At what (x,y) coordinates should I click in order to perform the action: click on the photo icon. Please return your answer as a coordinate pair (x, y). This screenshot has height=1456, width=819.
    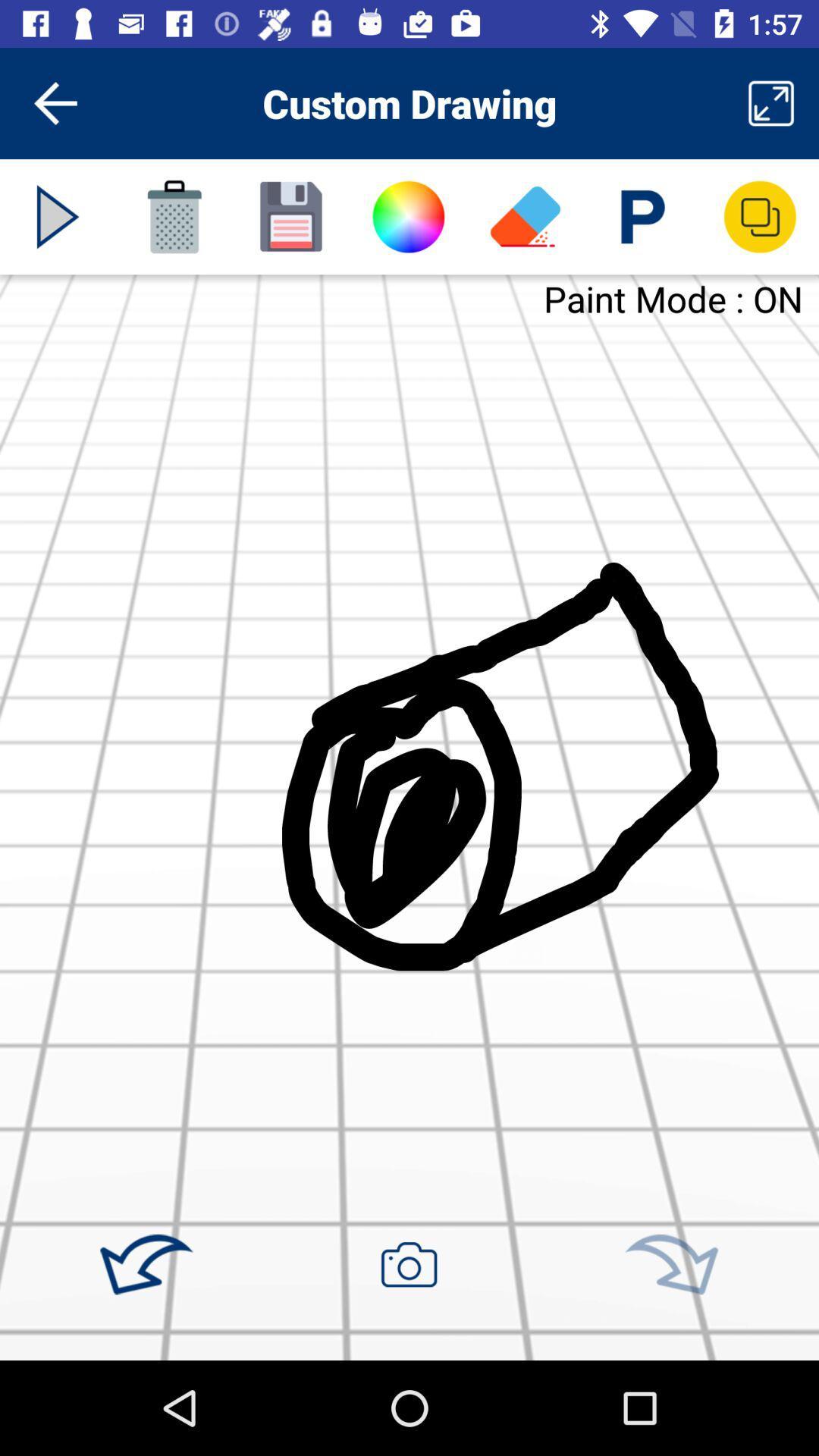
    Looking at the image, I should click on (408, 1264).